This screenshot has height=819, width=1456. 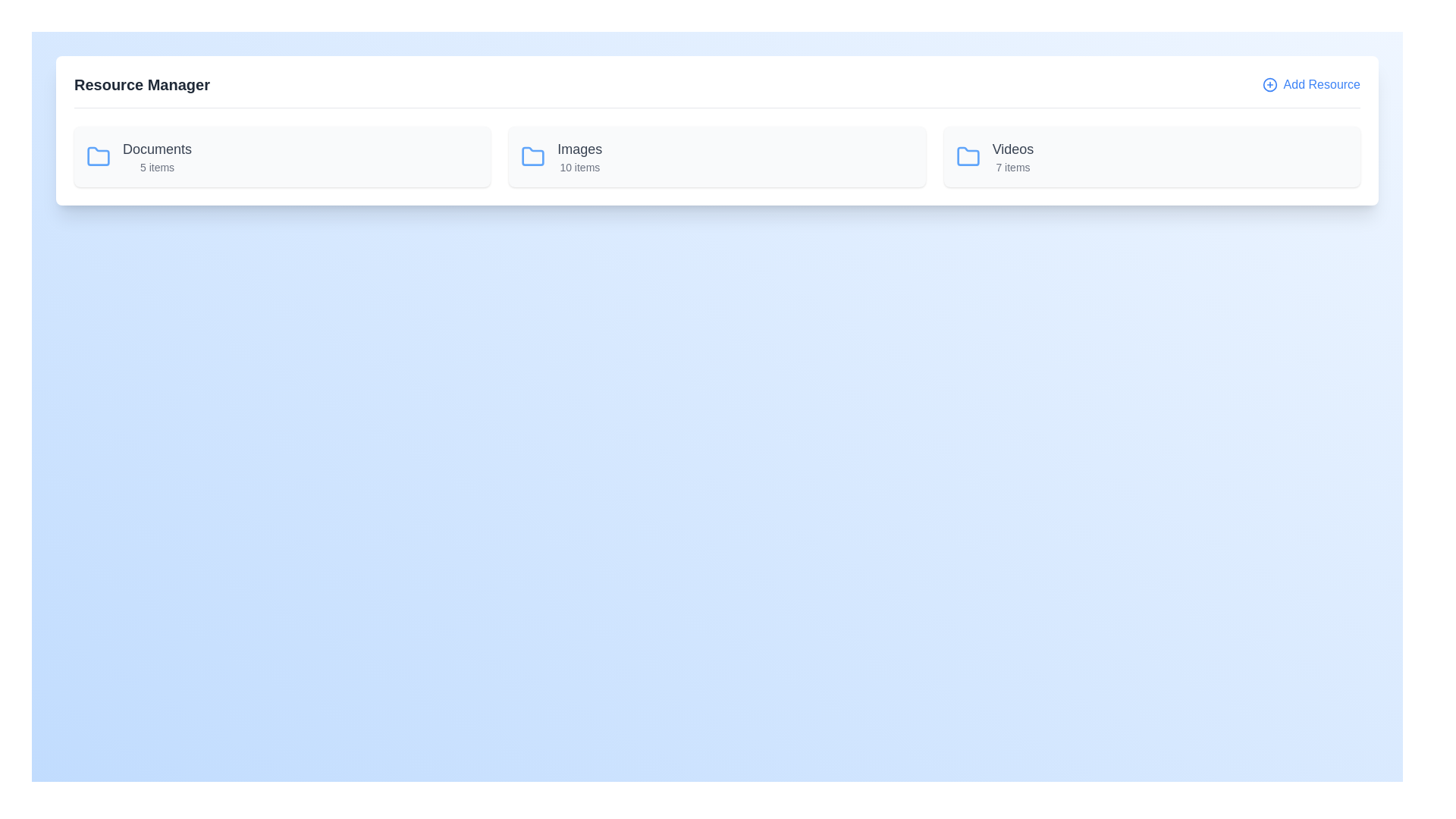 What do you see at coordinates (157, 157) in the screenshot?
I see `informational text label that displays the title and item count for the first folder in the folder list` at bounding box center [157, 157].